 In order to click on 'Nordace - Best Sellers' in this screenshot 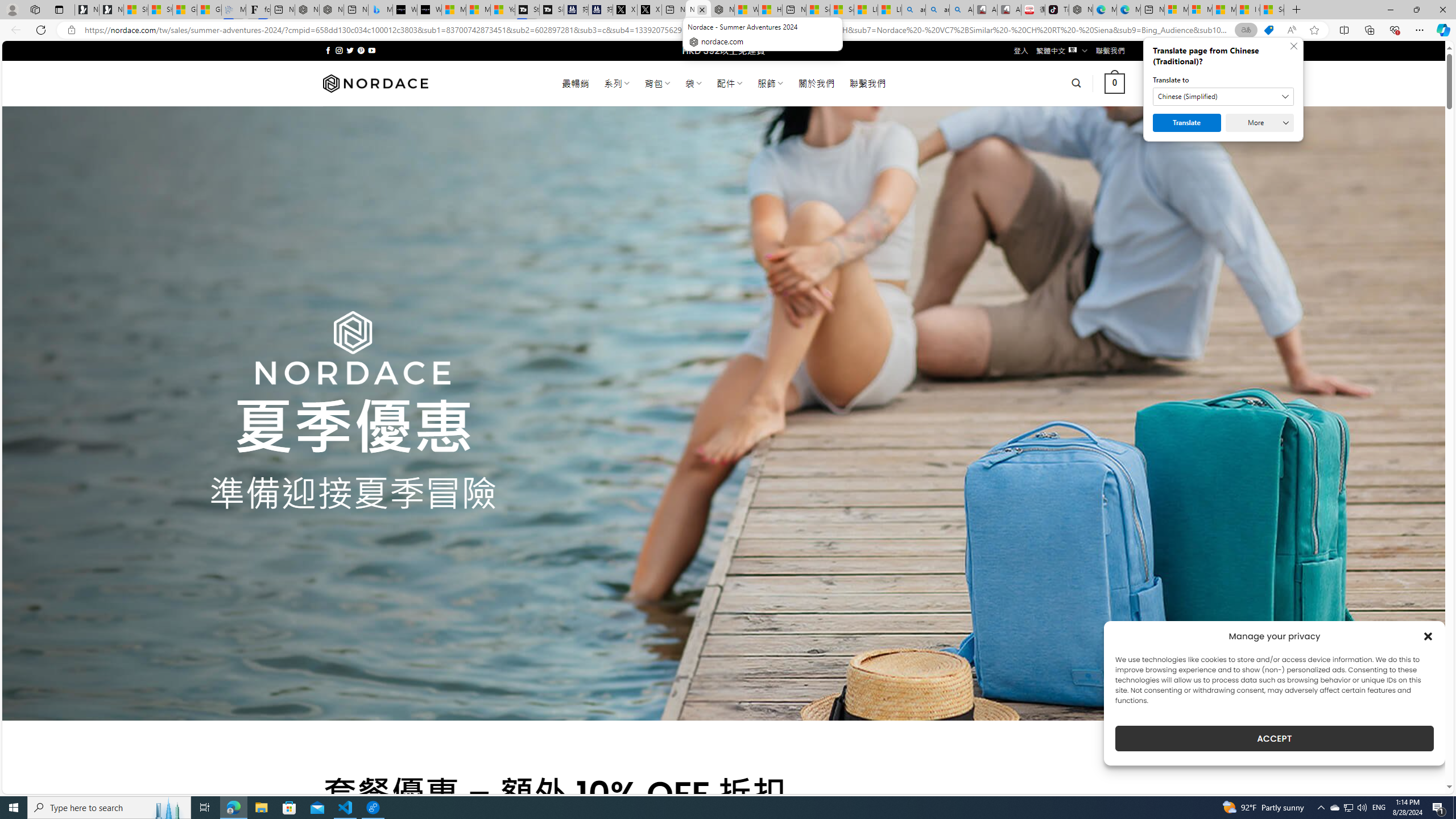, I will do `click(1080, 9)`.